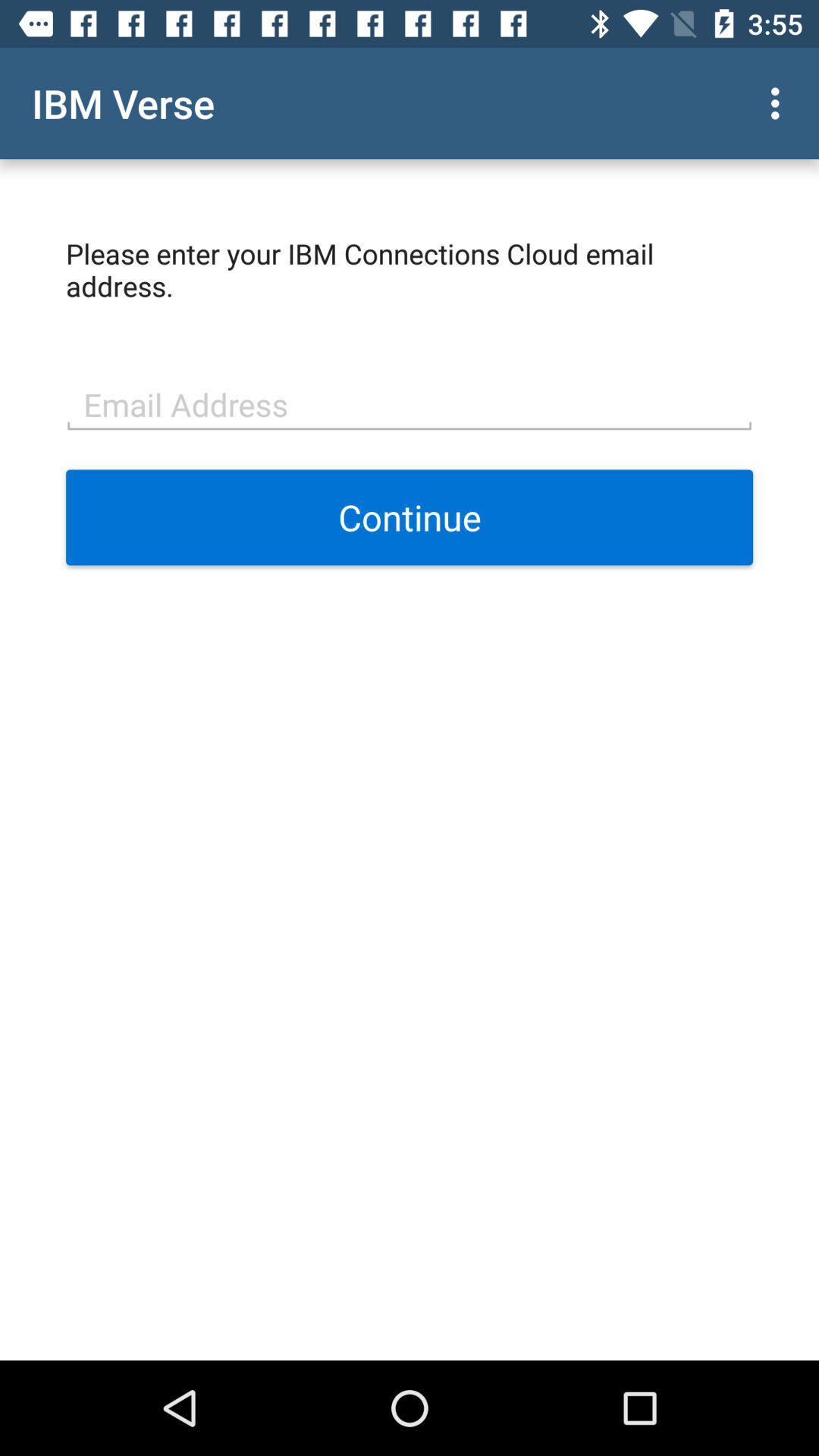 The width and height of the screenshot is (819, 1456). Describe the element at coordinates (779, 102) in the screenshot. I see `the item to the right of the ibm verse icon` at that location.